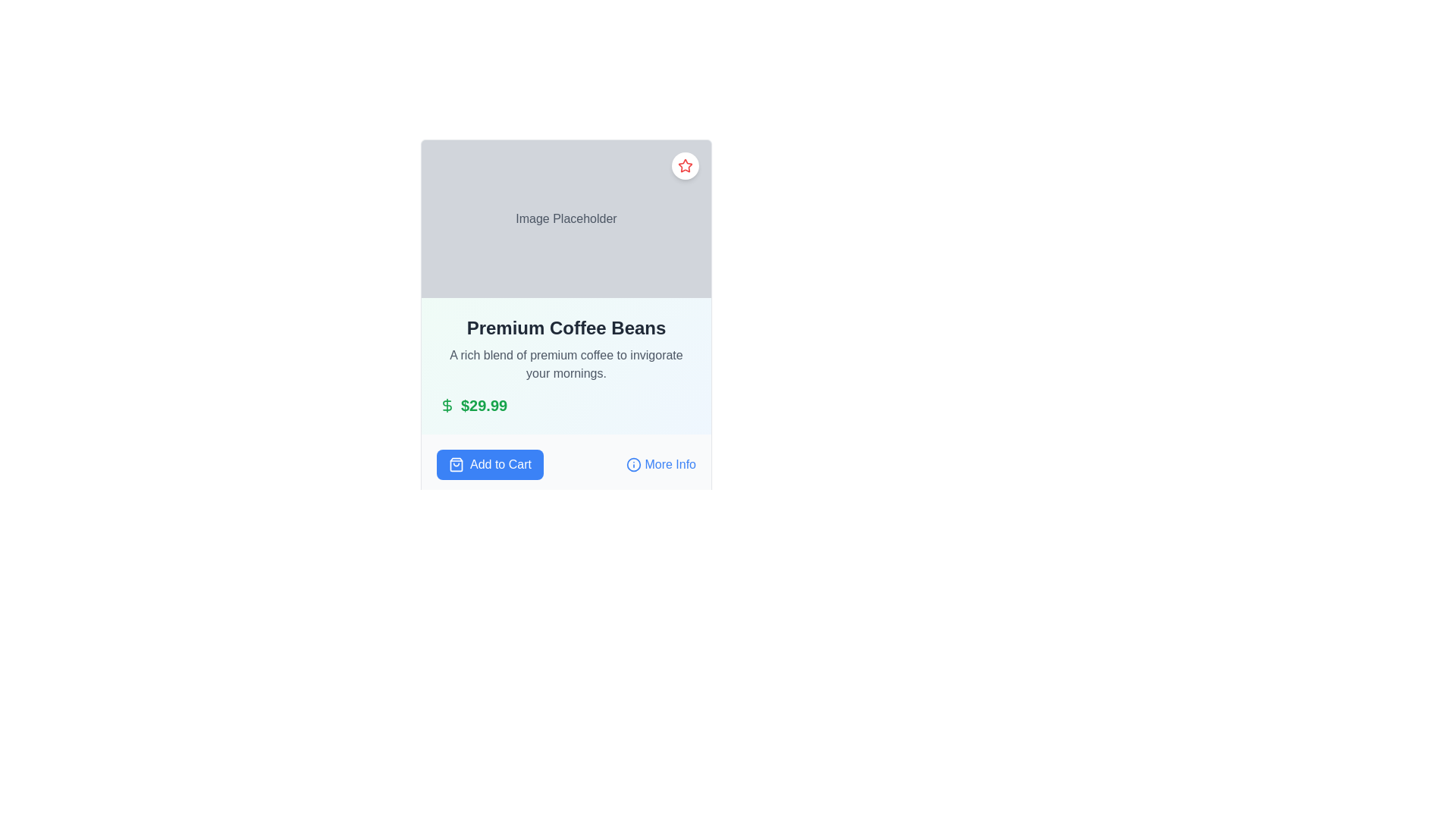 This screenshot has width=1456, height=819. I want to click on the image placeholder located at the top section of the card-shaped layout, above the 'Premium Coffee Beans' text and below the card's rounded corners, so click(566, 219).